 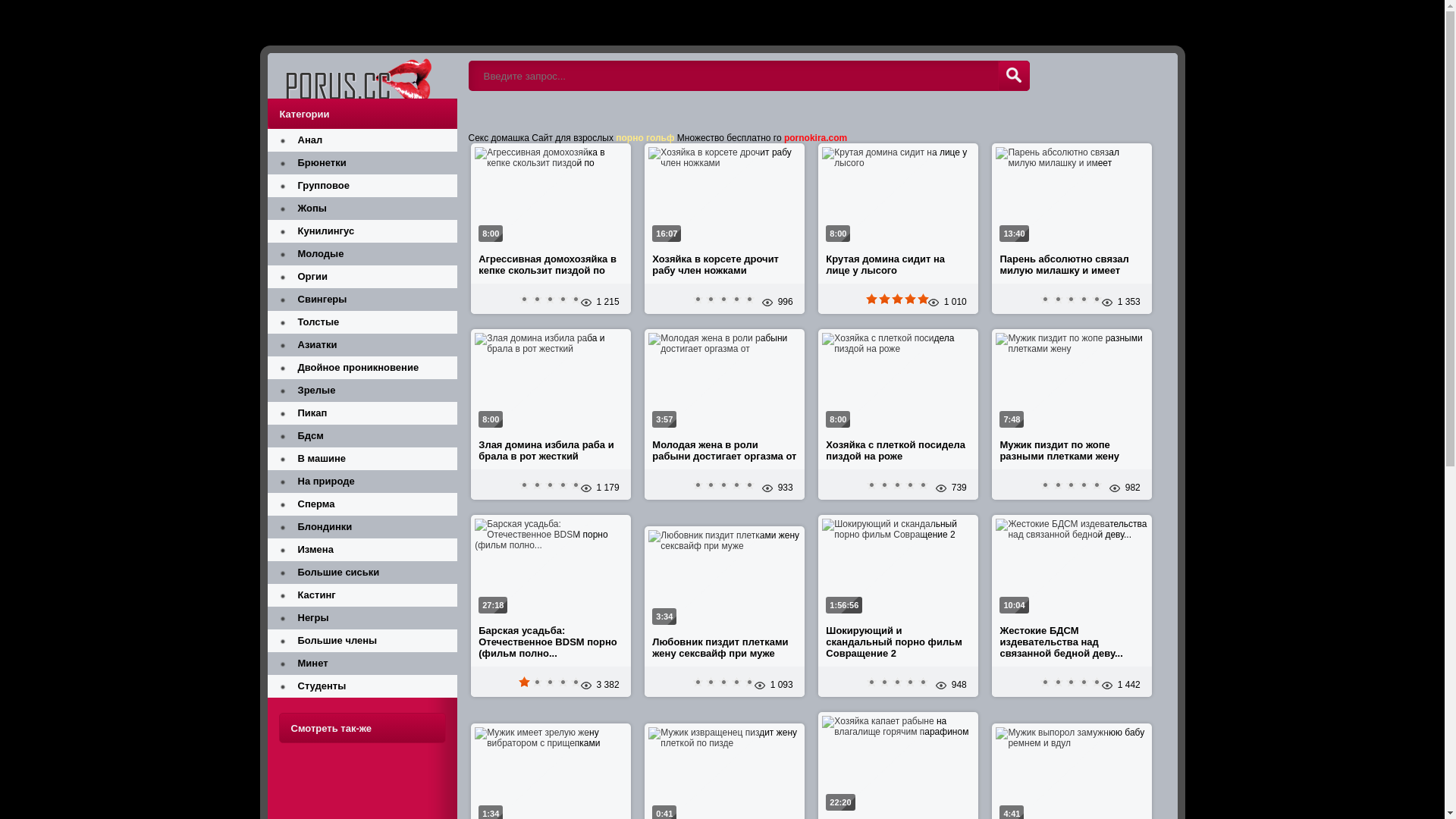 I want to click on 'pornokira.com', so click(x=814, y=137).